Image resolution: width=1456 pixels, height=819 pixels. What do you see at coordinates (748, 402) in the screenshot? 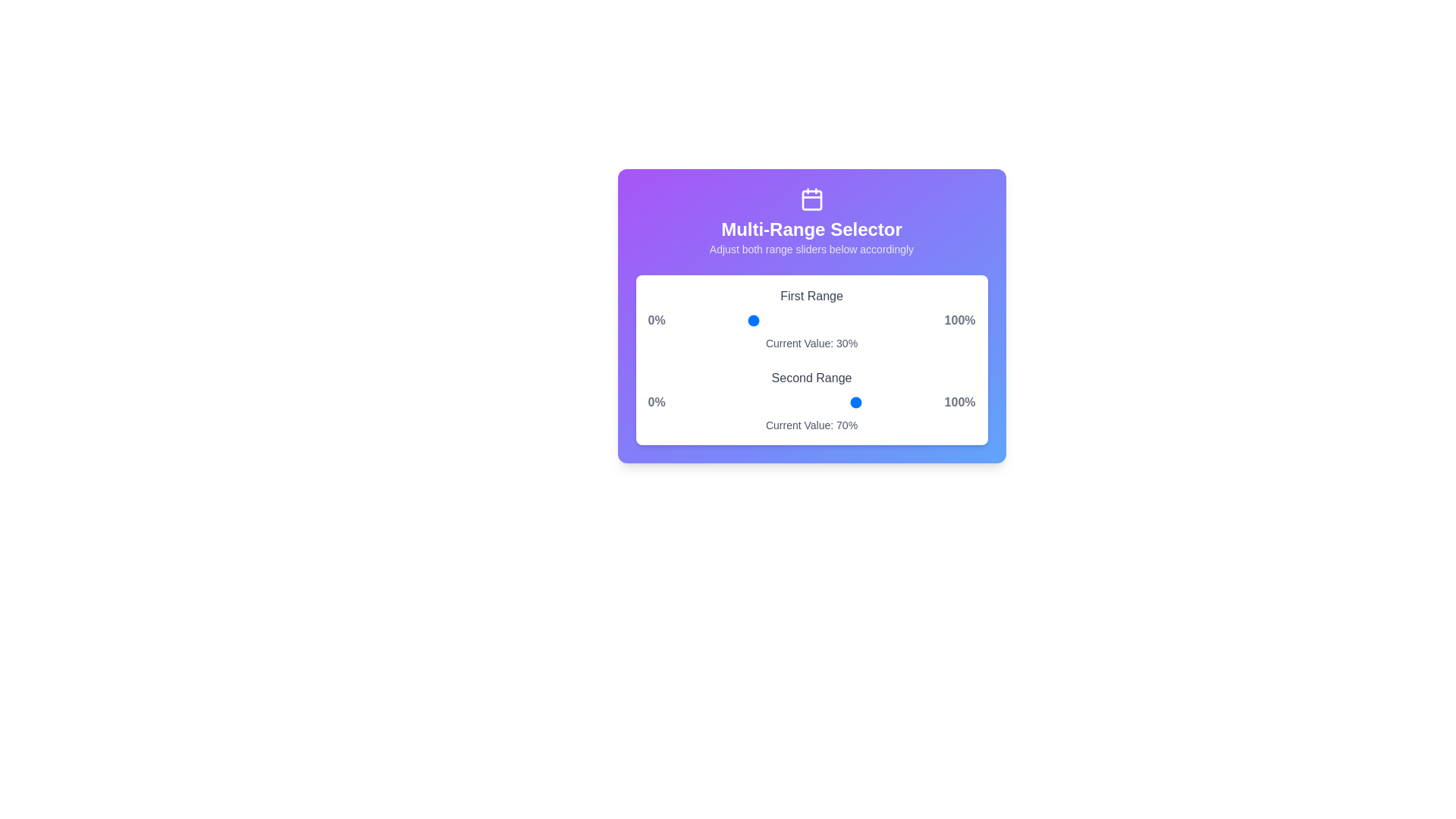
I see `the second range slider` at bounding box center [748, 402].